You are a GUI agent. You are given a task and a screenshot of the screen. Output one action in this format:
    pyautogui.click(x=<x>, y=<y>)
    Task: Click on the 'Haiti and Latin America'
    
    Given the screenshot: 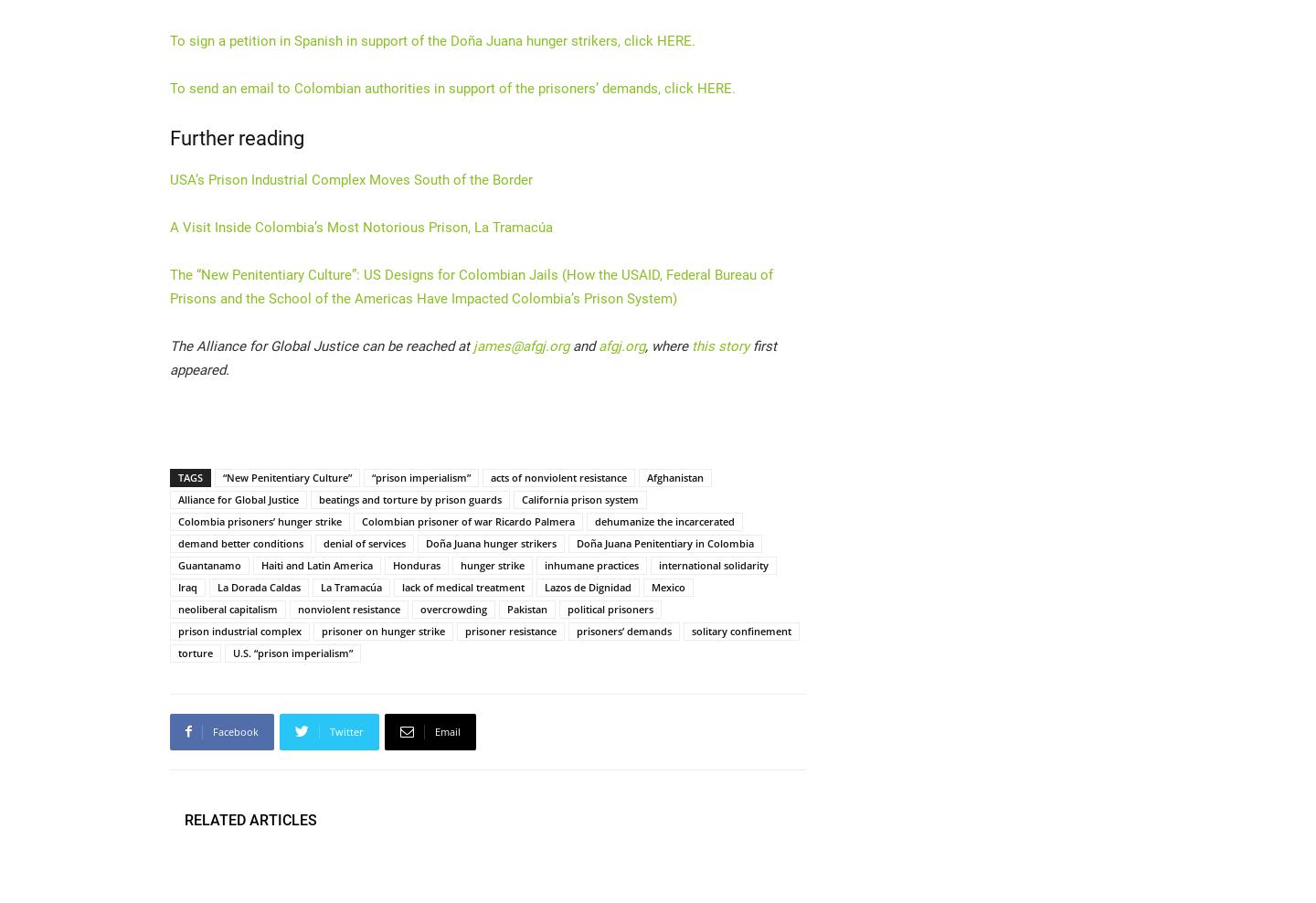 What is the action you would take?
    pyautogui.click(x=317, y=564)
    